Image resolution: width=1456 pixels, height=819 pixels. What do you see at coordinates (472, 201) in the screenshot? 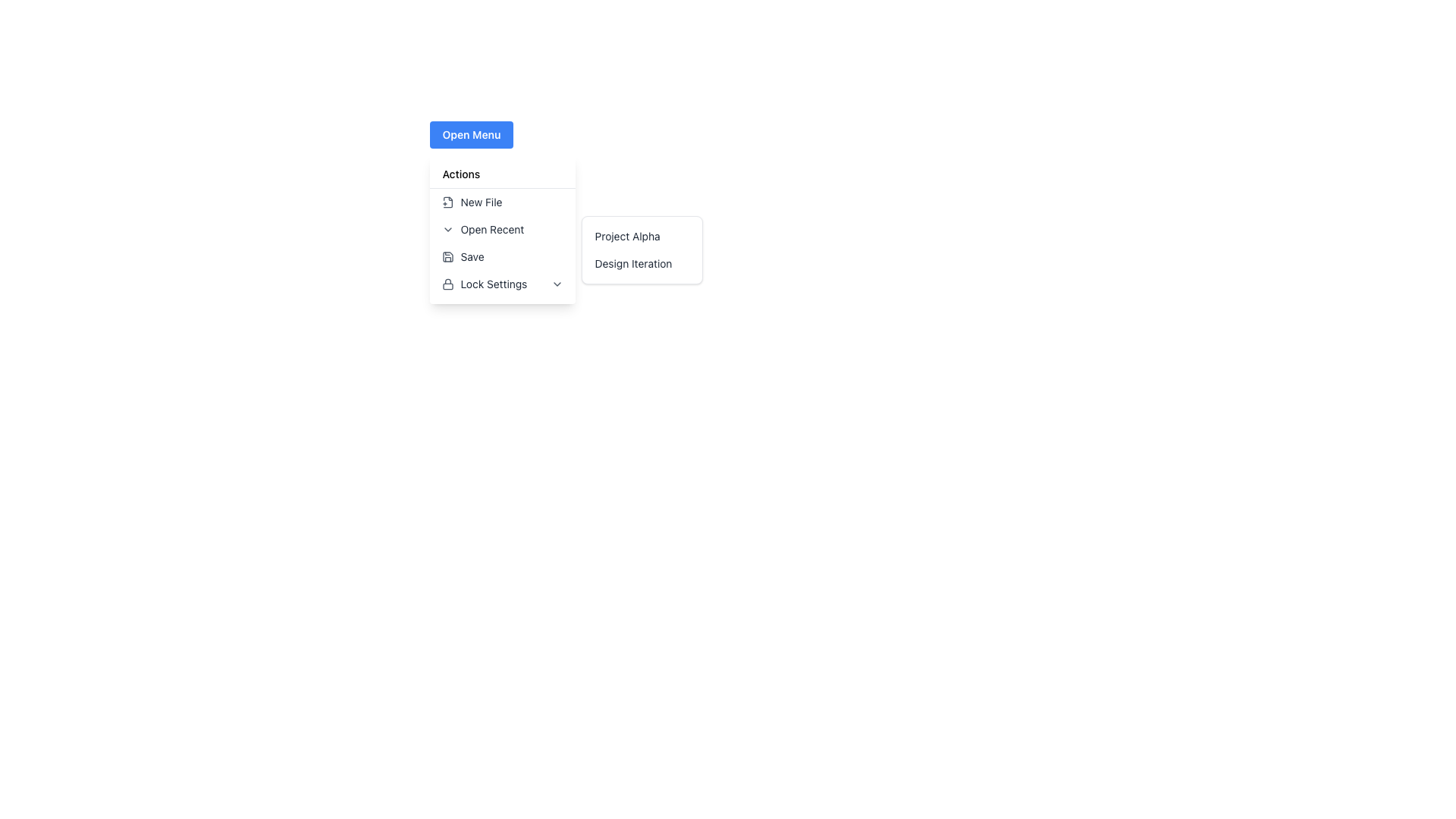
I see `the 'New File' menu item, which is the second item in the 'Actions' dropdown menu, to create a new file` at bounding box center [472, 201].